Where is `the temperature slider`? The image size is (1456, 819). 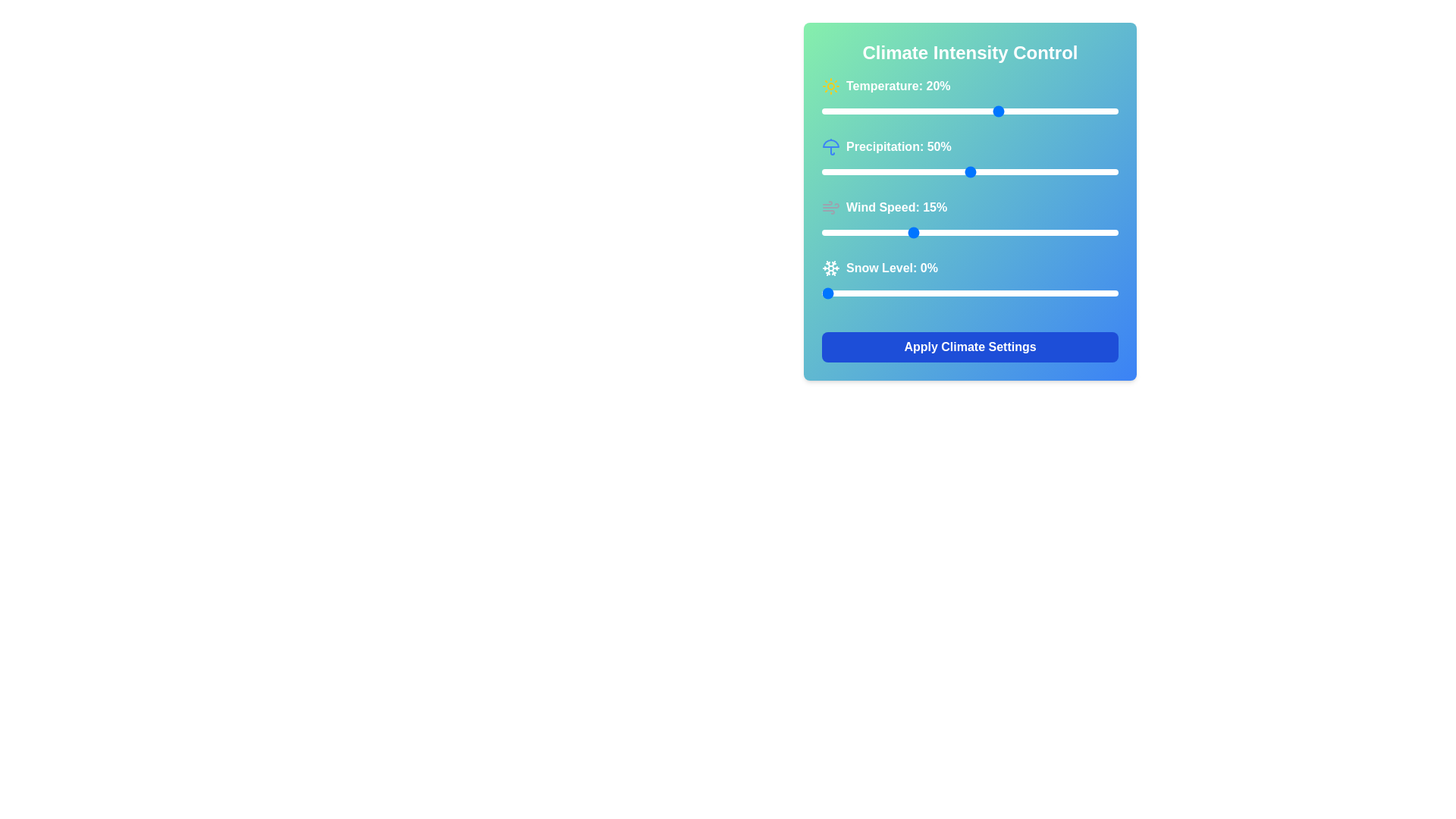 the temperature slider is located at coordinates (910, 110).